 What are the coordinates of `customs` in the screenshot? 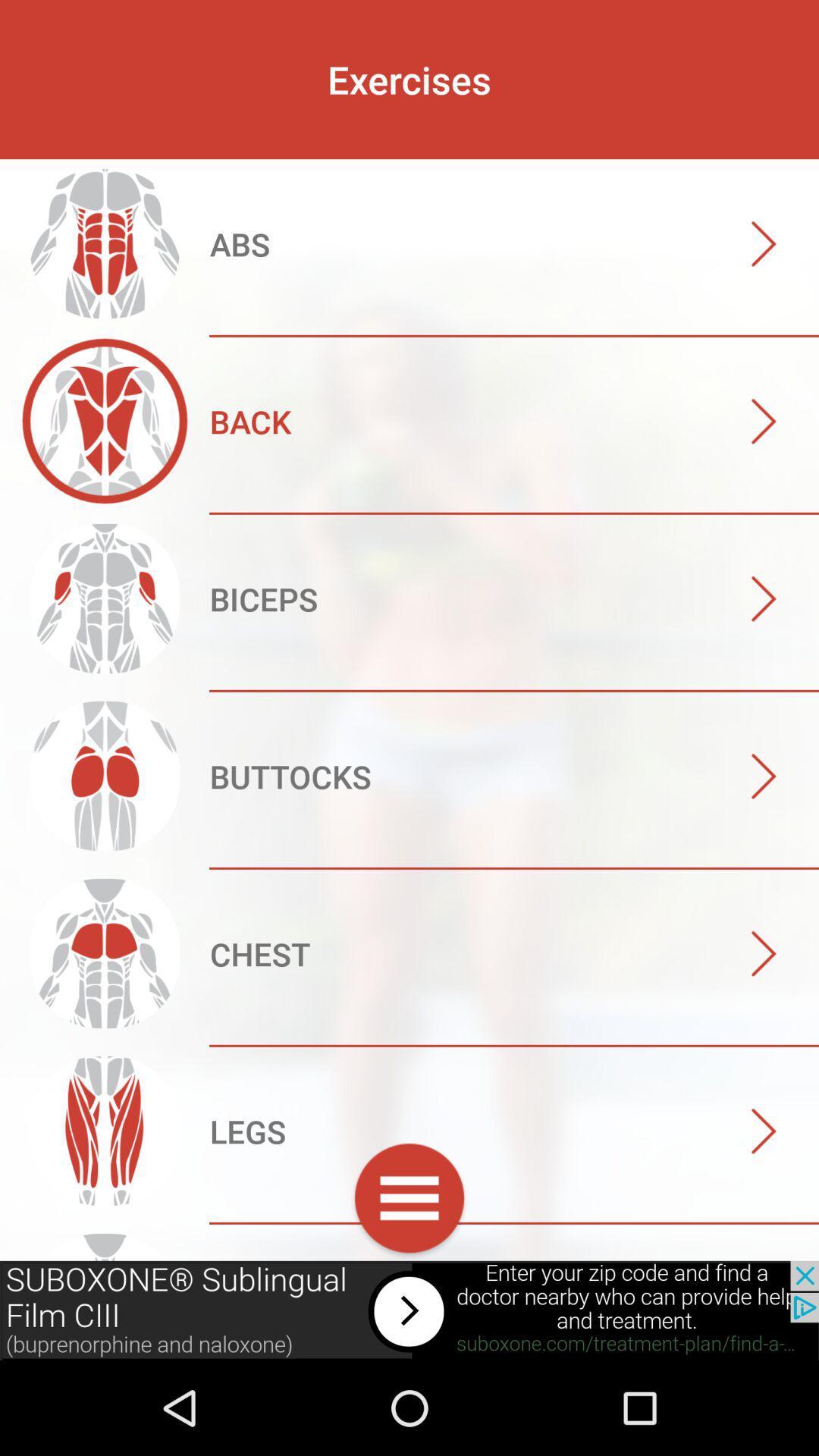 It's located at (409, 1200).